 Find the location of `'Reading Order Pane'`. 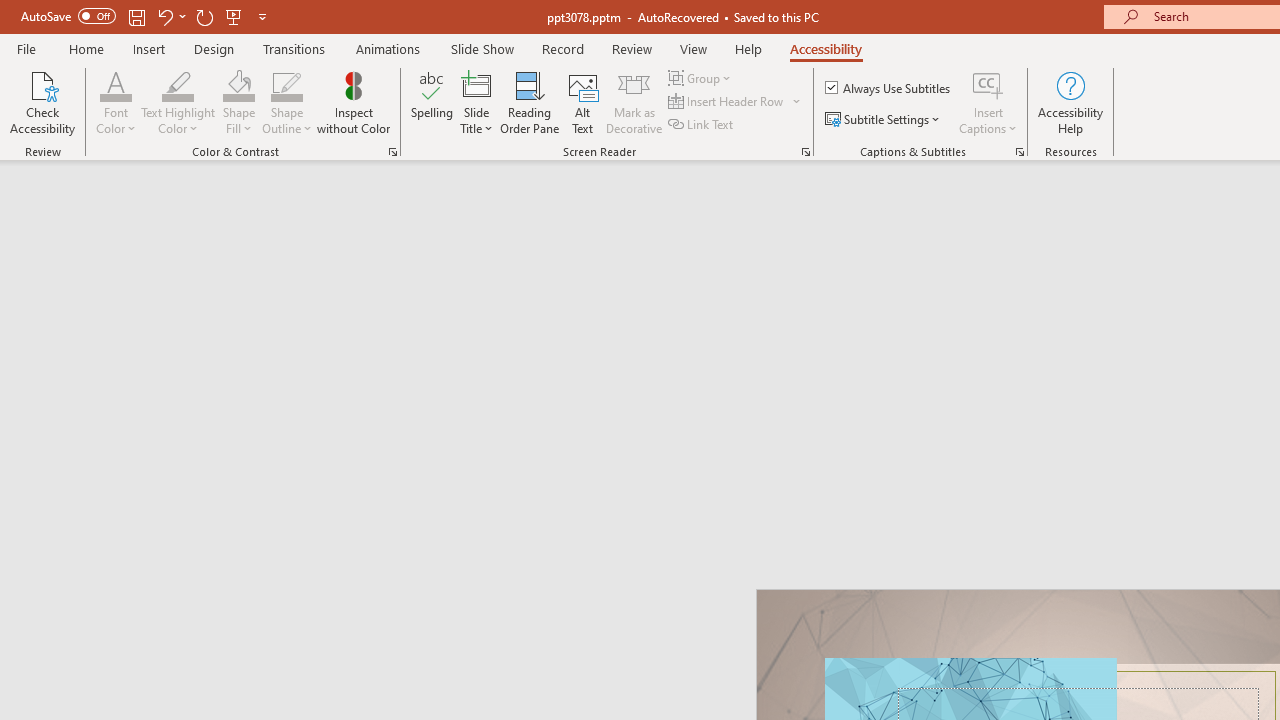

'Reading Order Pane' is located at coordinates (529, 103).